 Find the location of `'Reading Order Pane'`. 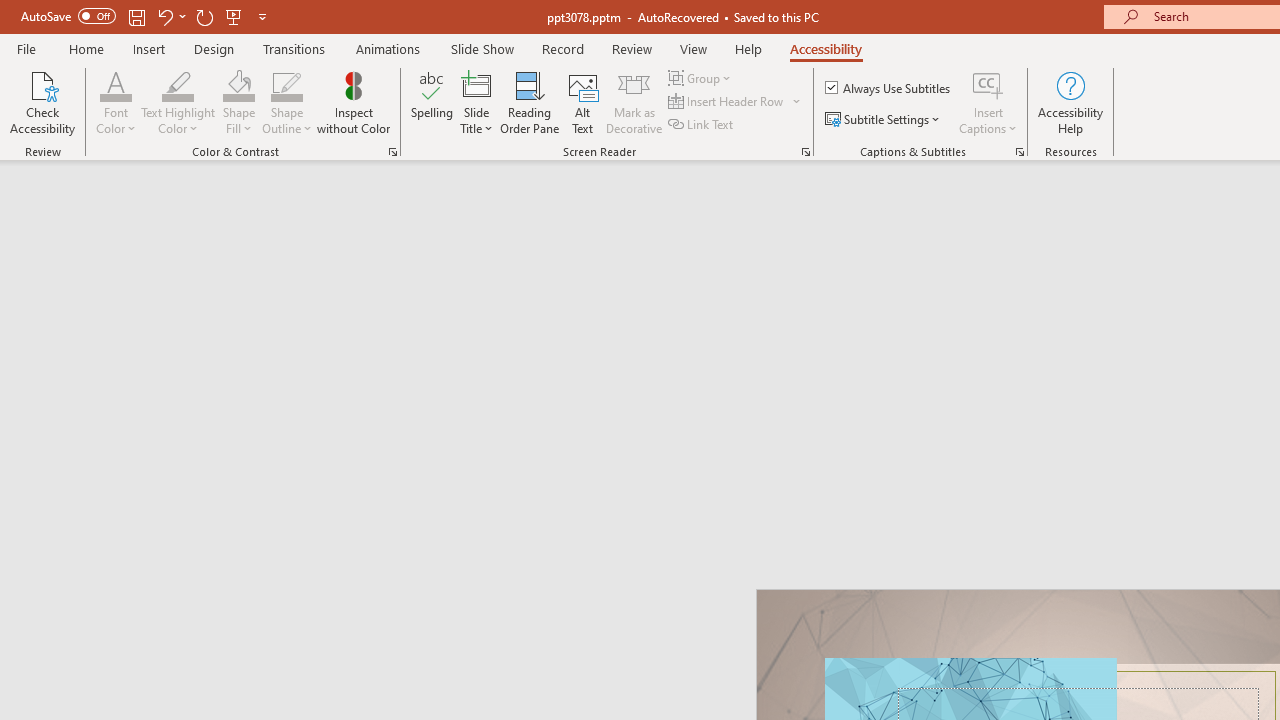

'Reading Order Pane' is located at coordinates (529, 103).